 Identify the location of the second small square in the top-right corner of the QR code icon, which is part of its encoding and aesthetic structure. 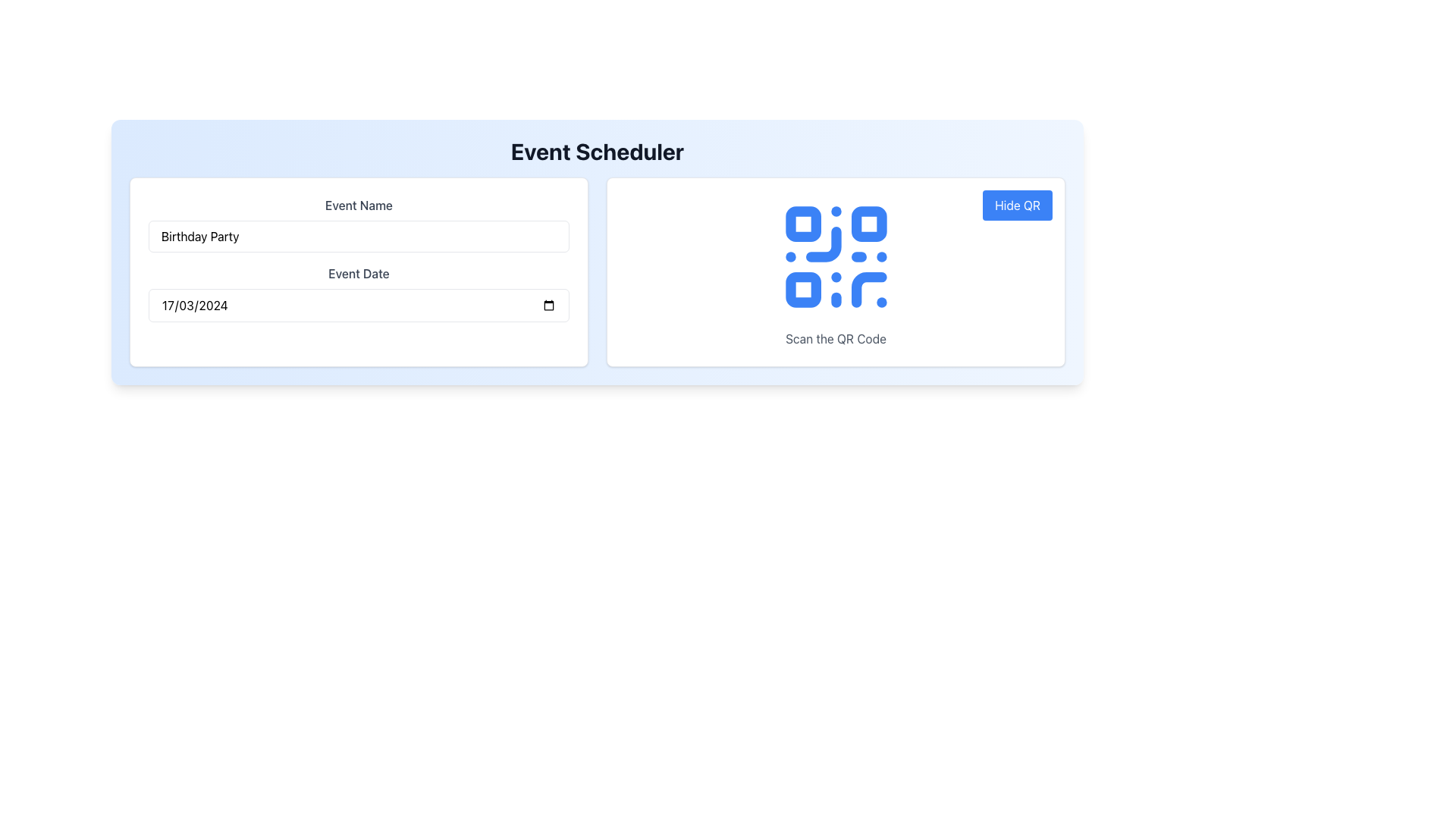
(868, 224).